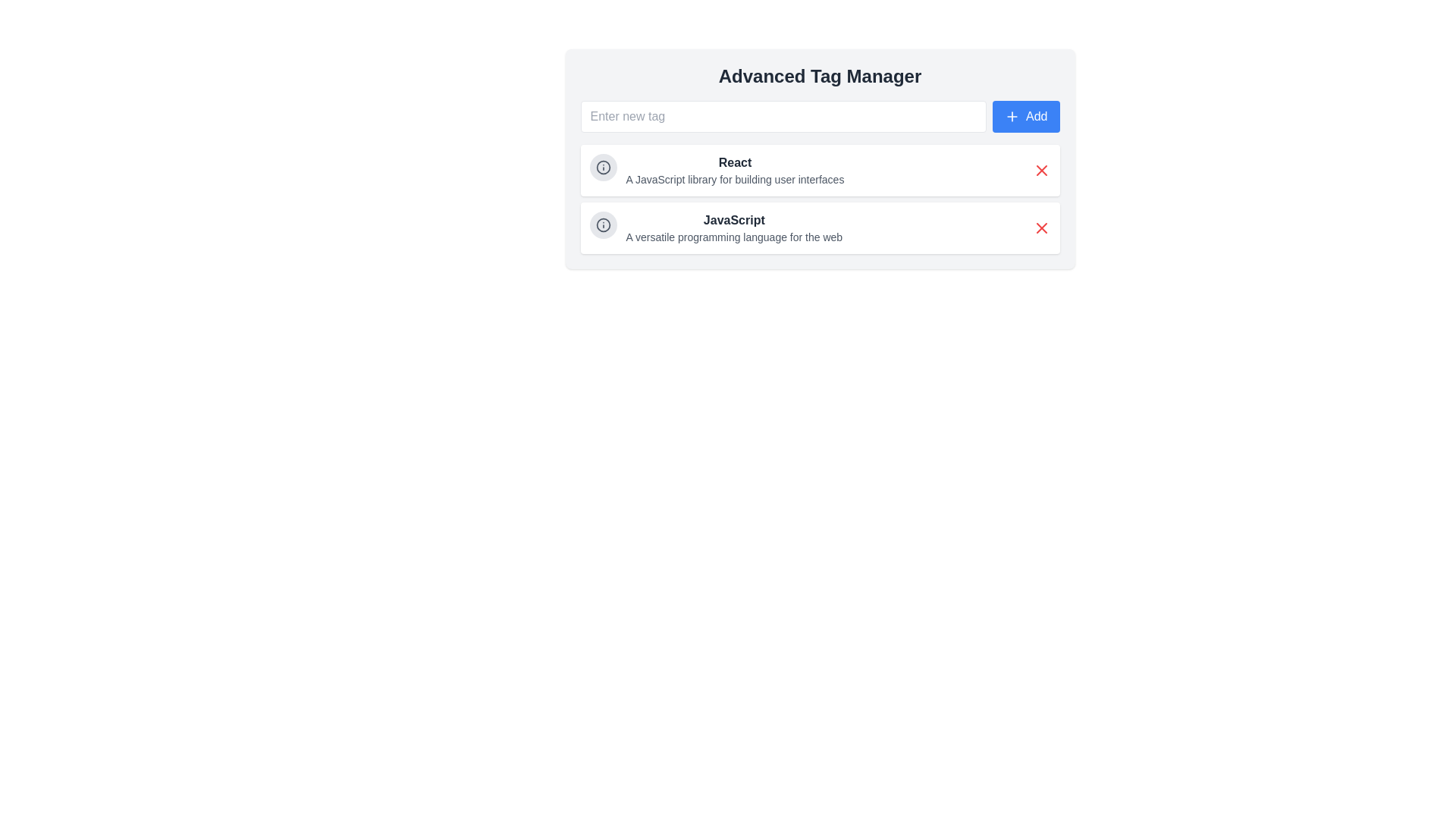  Describe the element at coordinates (819, 76) in the screenshot. I see `text of the bolded heading labeled 'Advanced Tag Manager', which is prominently displayed at the top center of the card layout` at that location.